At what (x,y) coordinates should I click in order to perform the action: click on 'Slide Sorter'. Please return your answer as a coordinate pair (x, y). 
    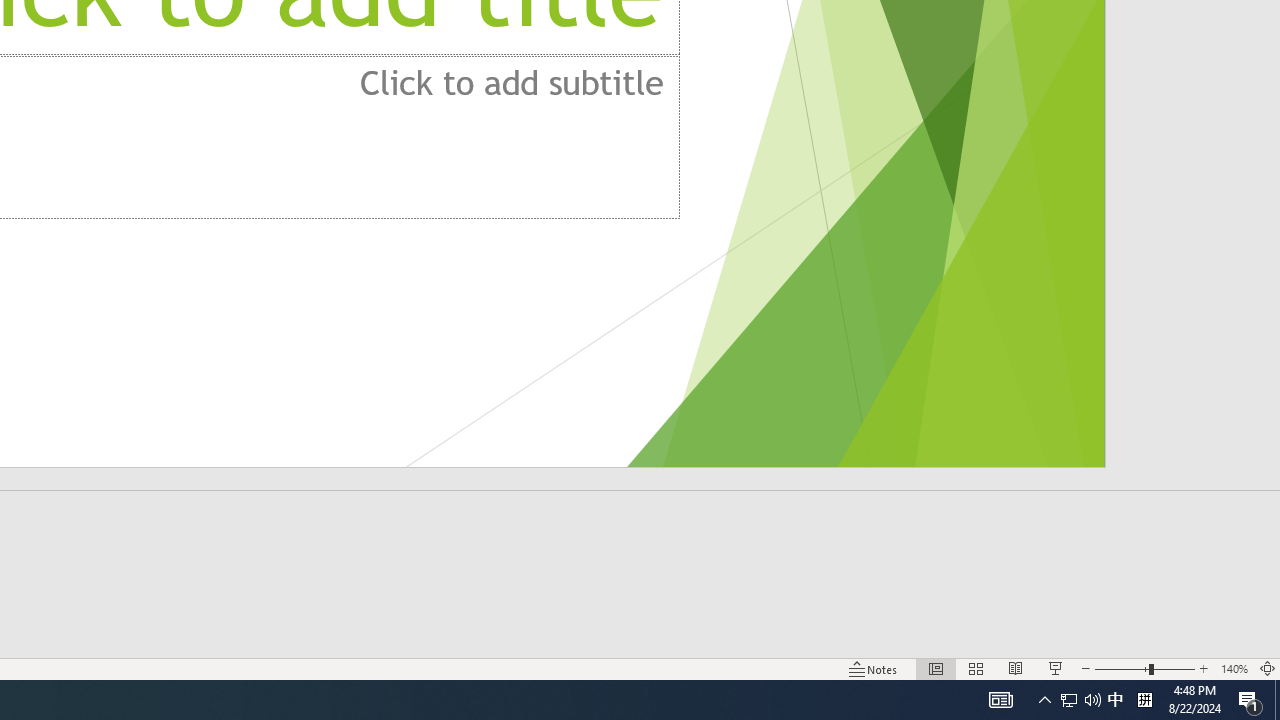
    Looking at the image, I should click on (976, 669).